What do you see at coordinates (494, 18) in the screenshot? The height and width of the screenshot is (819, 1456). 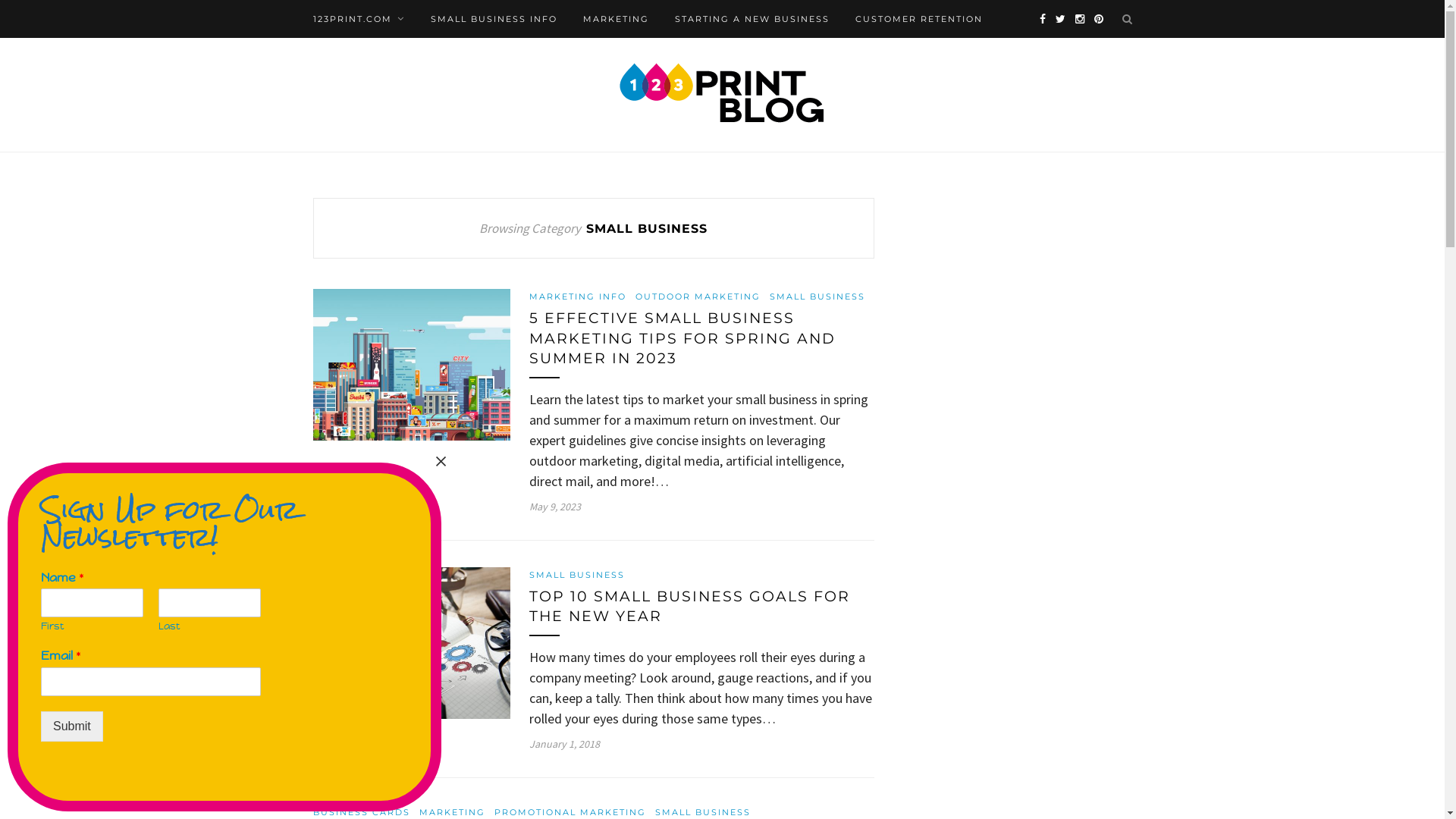 I see `'SMALL BUSINESS INFO'` at bounding box center [494, 18].